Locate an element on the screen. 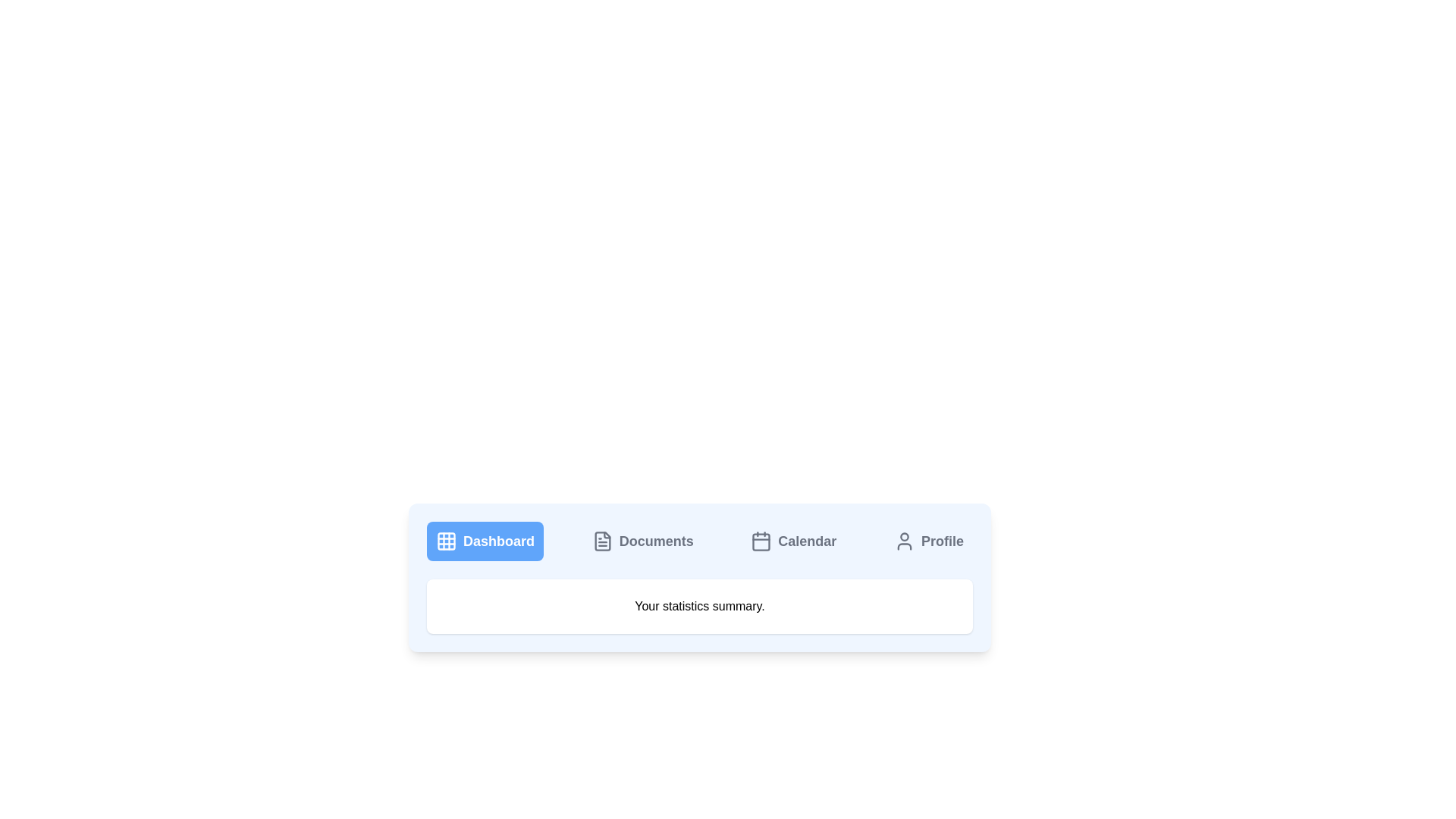 The width and height of the screenshot is (1456, 819). the user's profile icon, which is a gray outlined circle with a minimalist design, located on the far right of the navigation menu is located at coordinates (904, 540).